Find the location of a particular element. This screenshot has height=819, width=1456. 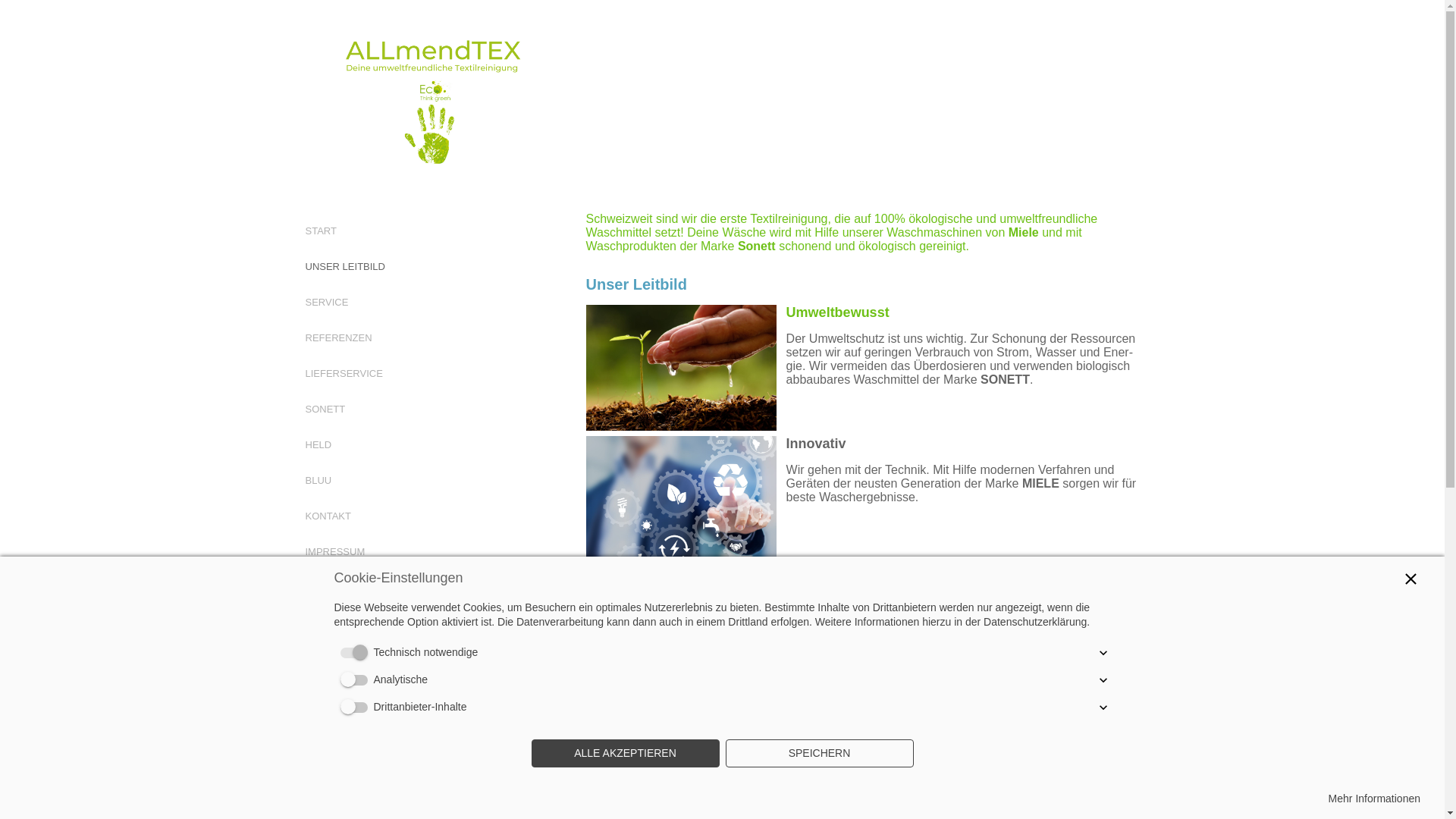

'REFERENZEN' is located at coordinates (304, 337).